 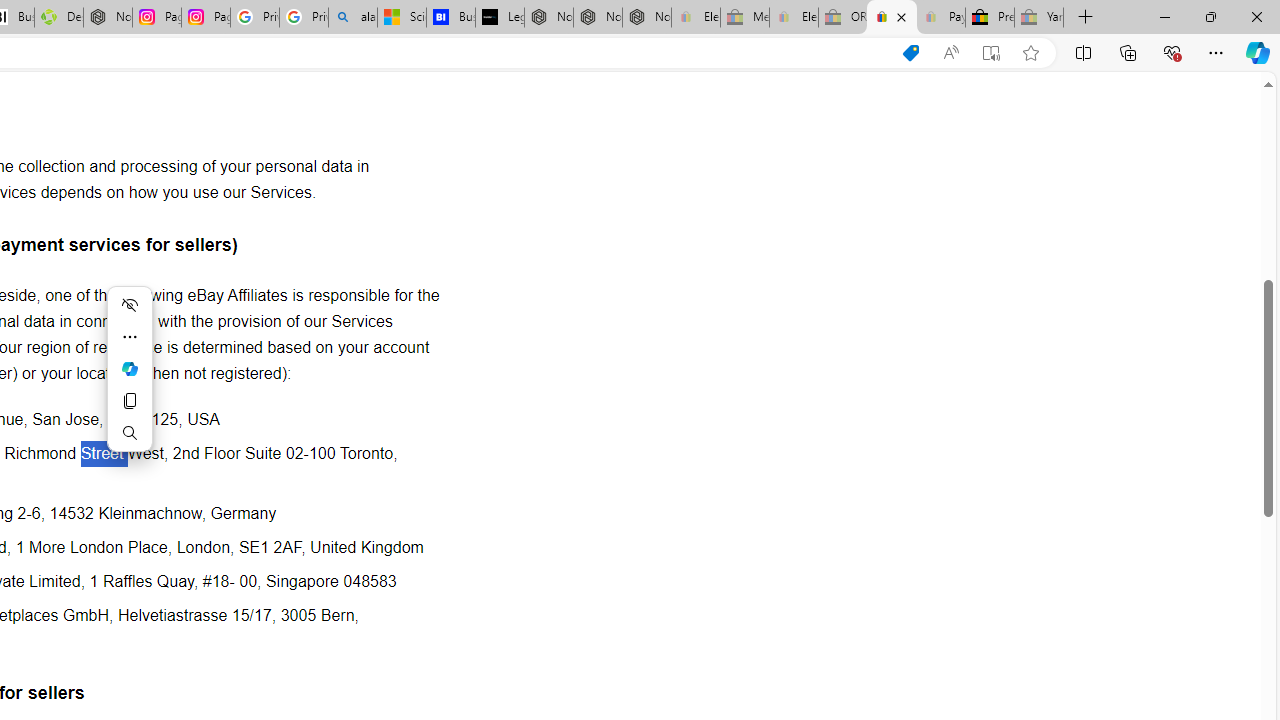 What do you see at coordinates (128, 335) in the screenshot?
I see `'More actions'` at bounding box center [128, 335].